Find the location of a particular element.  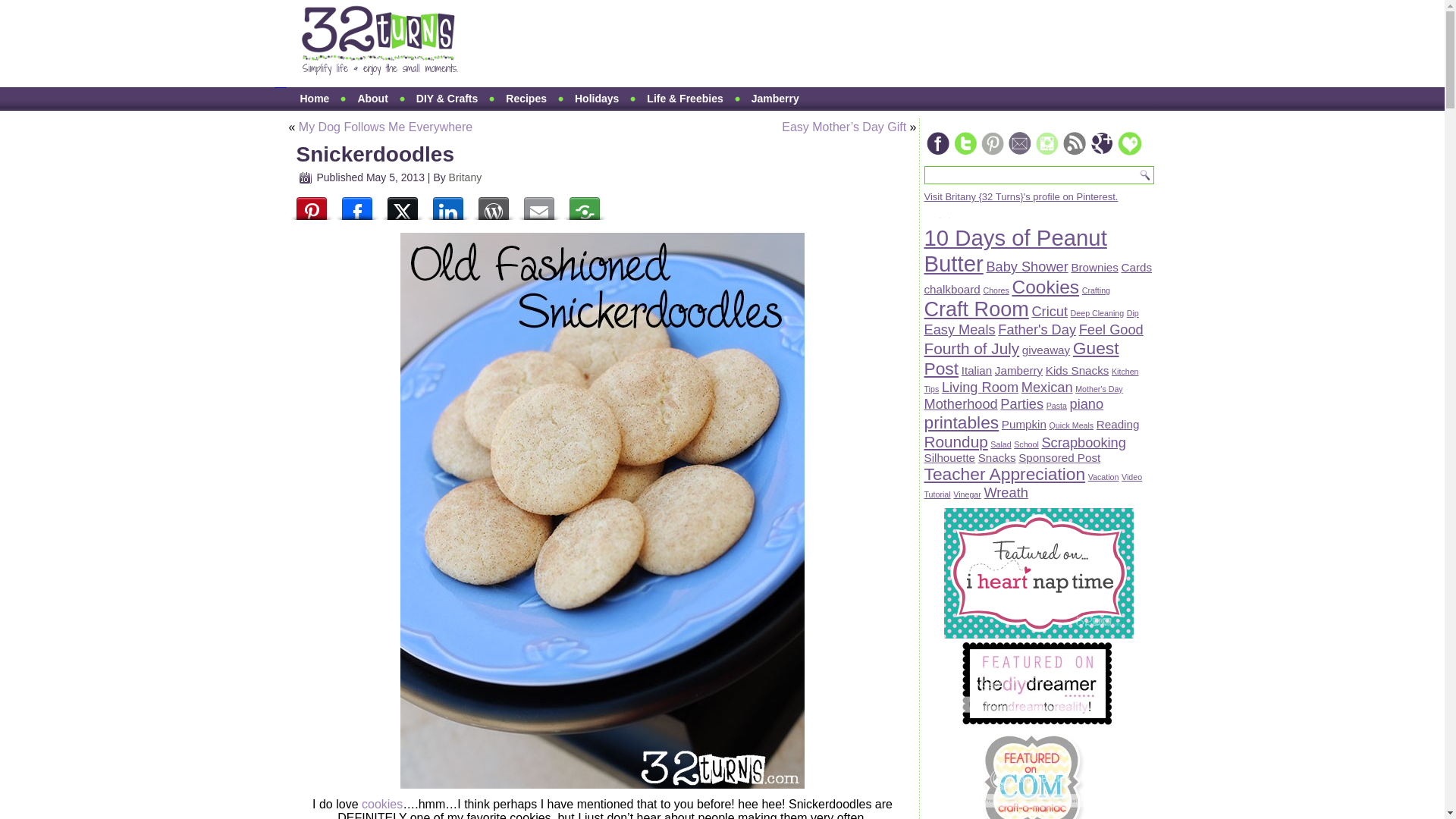

'Motherhood' is located at coordinates (959, 403).